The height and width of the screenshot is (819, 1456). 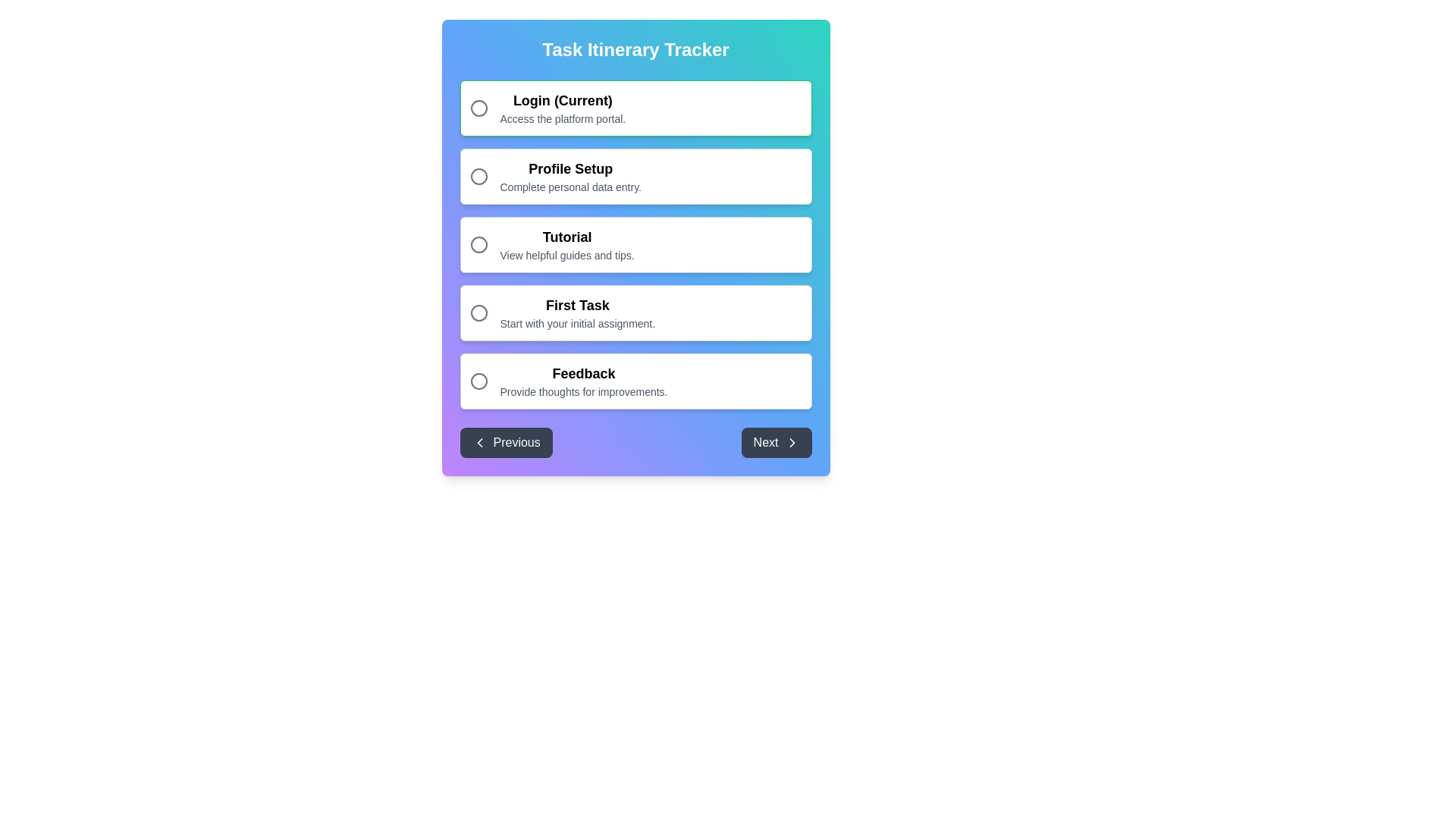 What do you see at coordinates (562, 118) in the screenshot?
I see `text label that says 'Access the platform portal.' positioned below the 'Login (Current)' text in the vertical list of options` at bounding box center [562, 118].